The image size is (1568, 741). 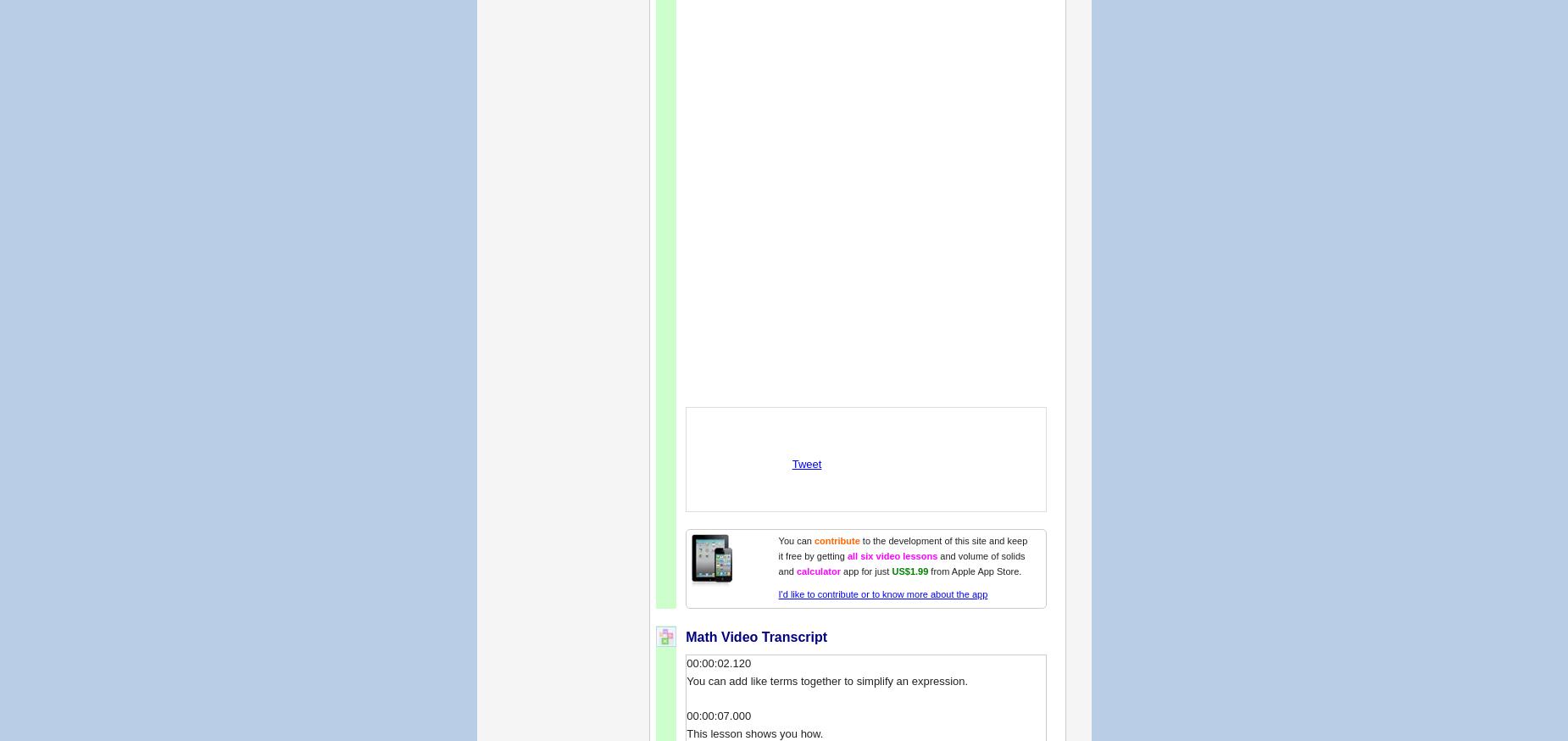 What do you see at coordinates (805, 463) in the screenshot?
I see `'Tweet'` at bounding box center [805, 463].